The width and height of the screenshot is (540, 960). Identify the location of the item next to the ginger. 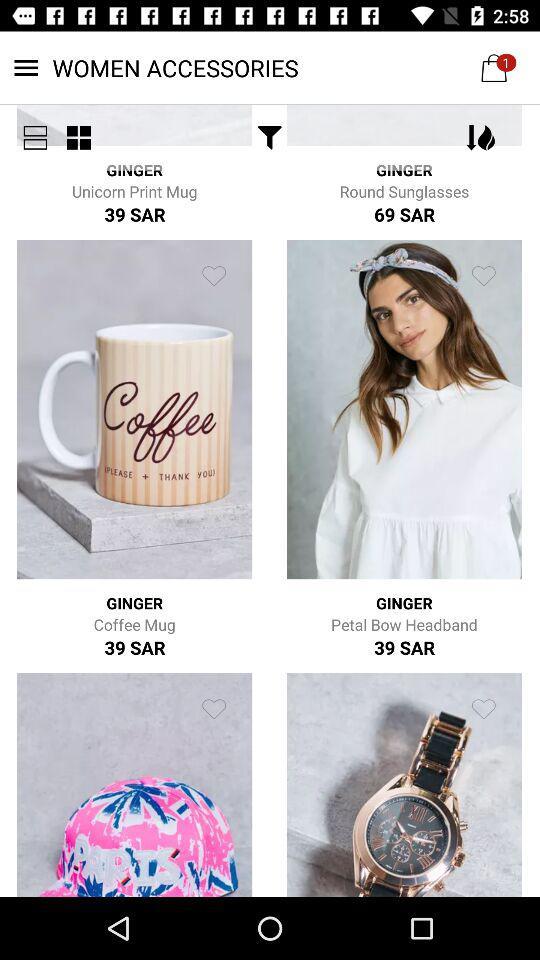
(77, 136).